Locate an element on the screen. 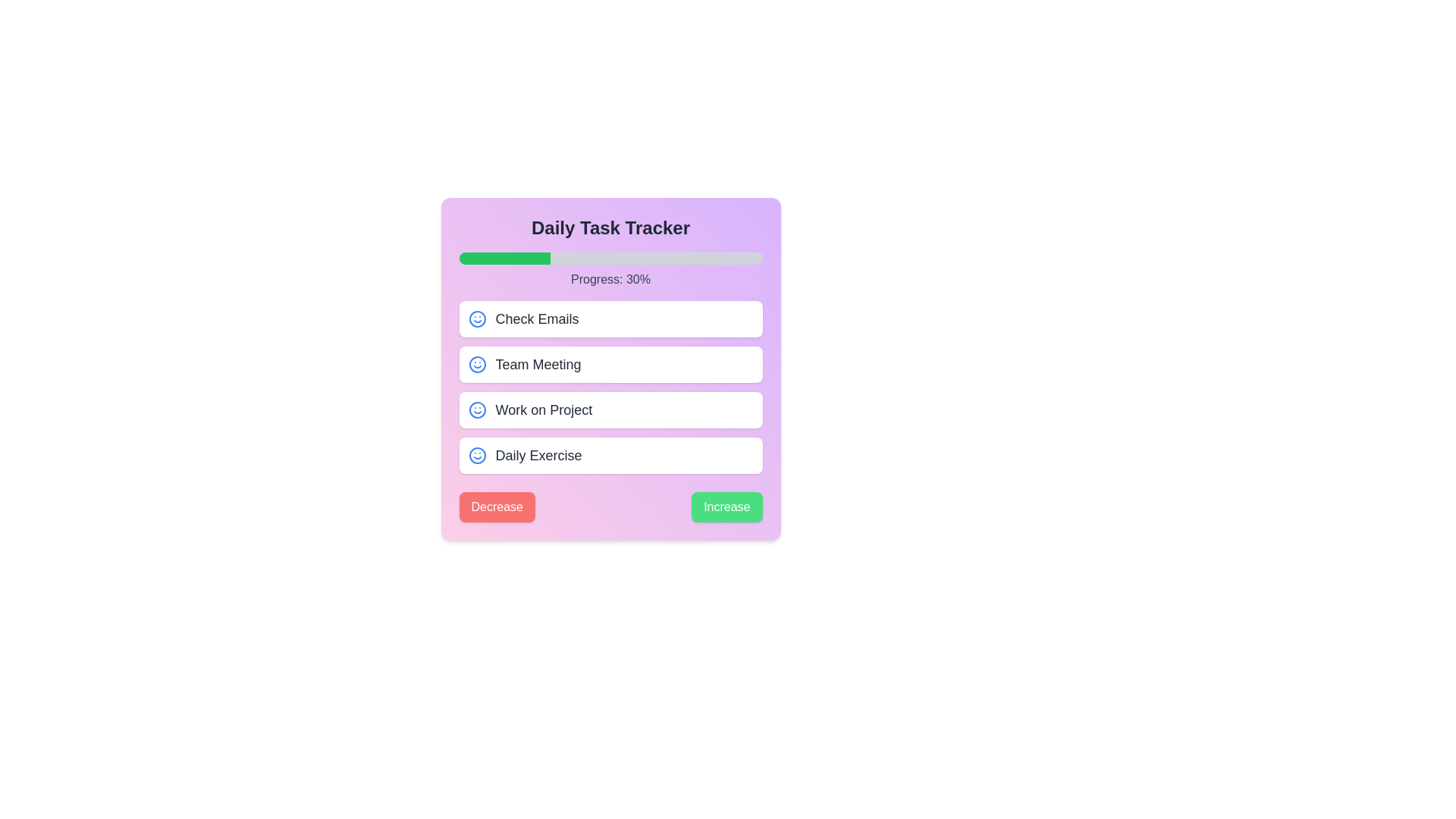 The height and width of the screenshot is (819, 1456). the 'Decrease' button is located at coordinates (497, 507).